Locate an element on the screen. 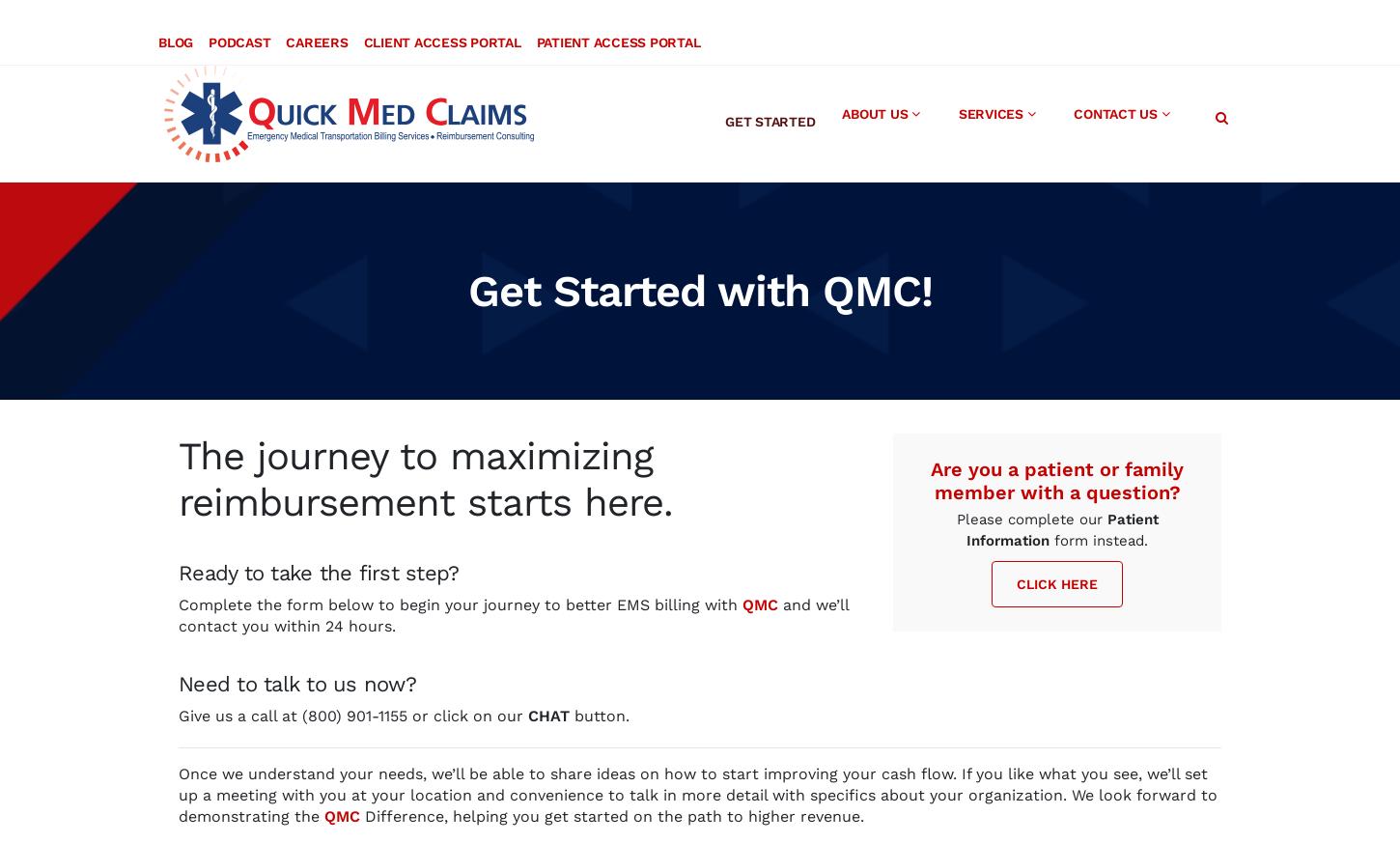 This screenshot has width=1400, height=843. 'Ready to take the first step?' is located at coordinates (319, 553).